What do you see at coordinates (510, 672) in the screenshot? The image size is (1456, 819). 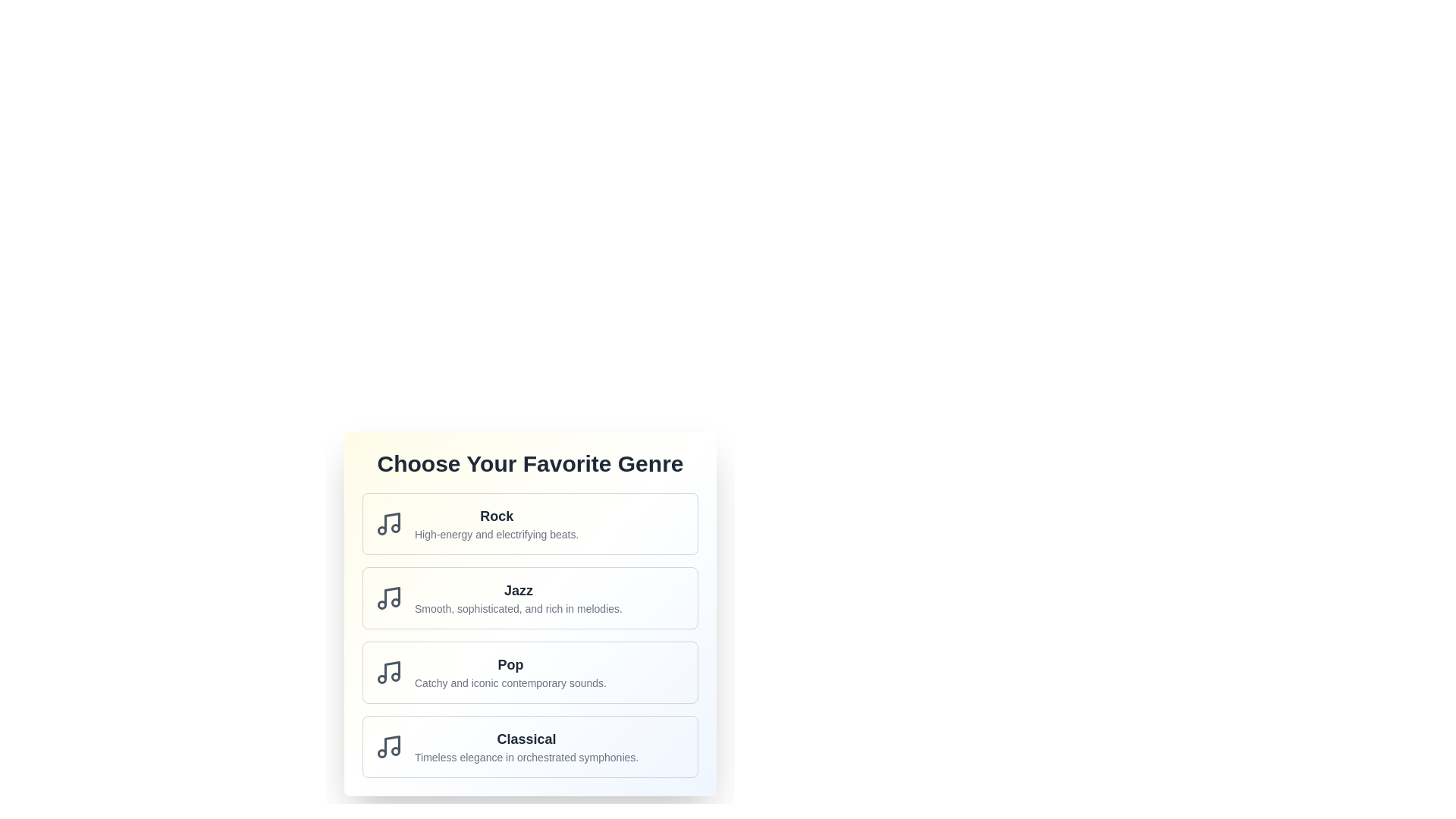 I see `the text label containing 'Pop' and its description 'Catchy and iconic contemporary sounds', located in the third row of the music genres list under 'Choose Your Favorite Genre'` at bounding box center [510, 672].